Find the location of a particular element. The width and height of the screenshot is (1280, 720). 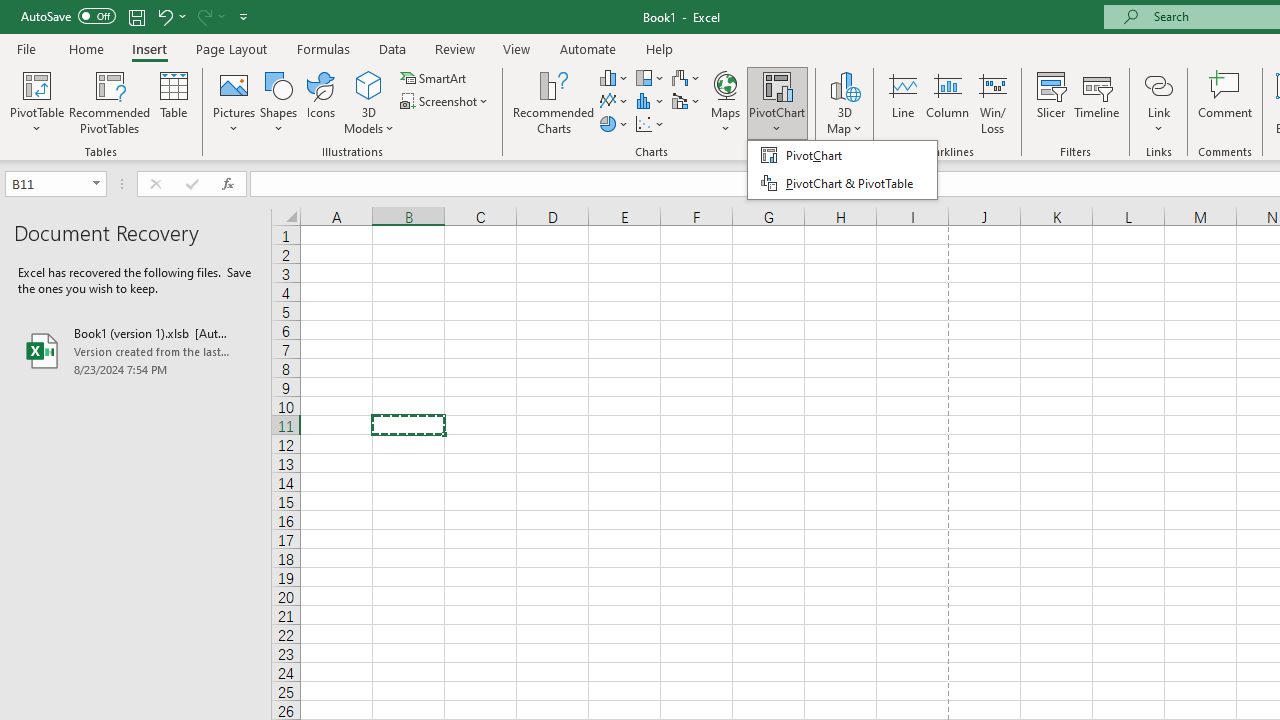

'Column' is located at coordinates (946, 103).